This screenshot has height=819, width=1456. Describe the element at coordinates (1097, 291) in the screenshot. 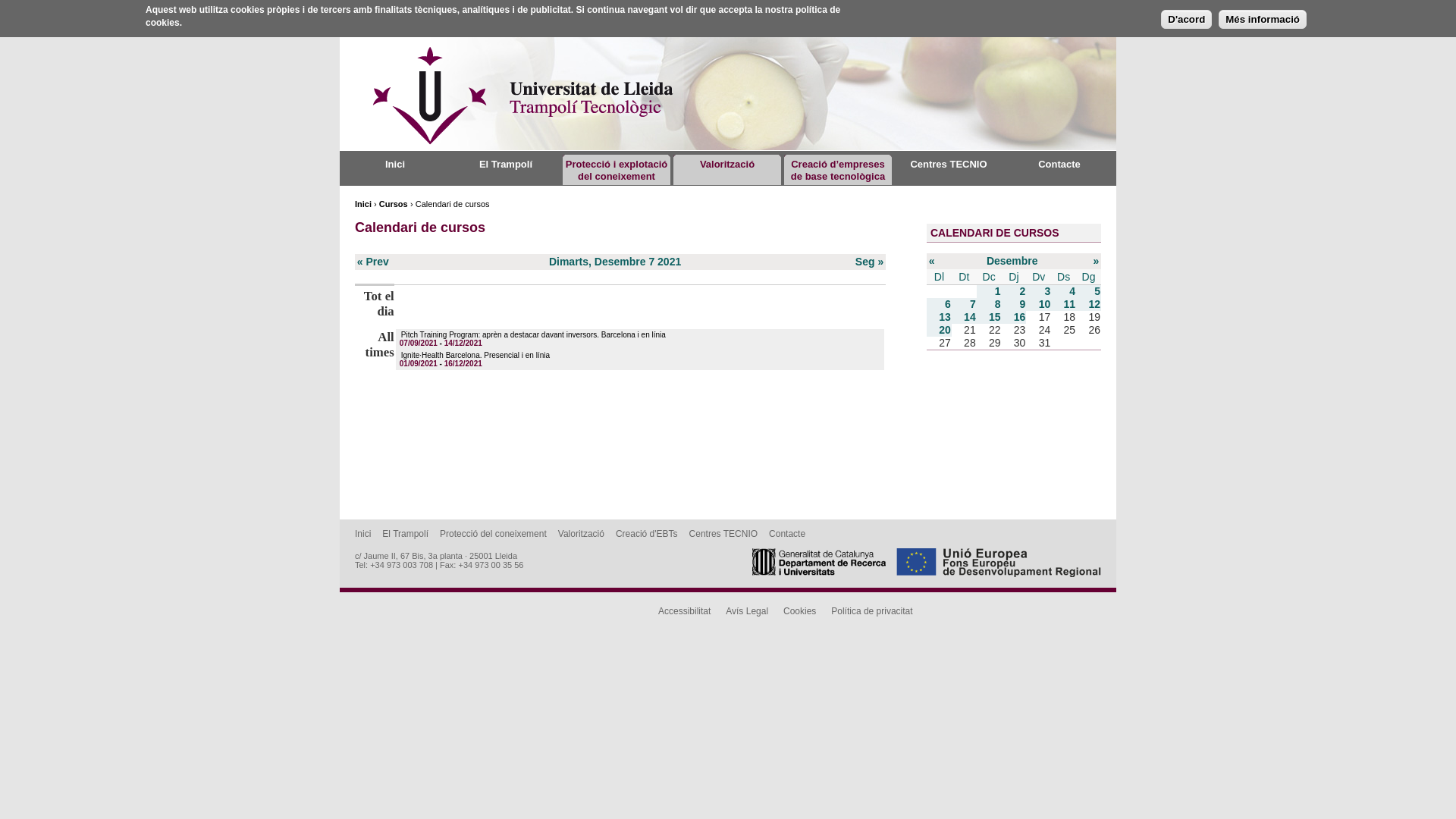

I see `'5'` at that location.